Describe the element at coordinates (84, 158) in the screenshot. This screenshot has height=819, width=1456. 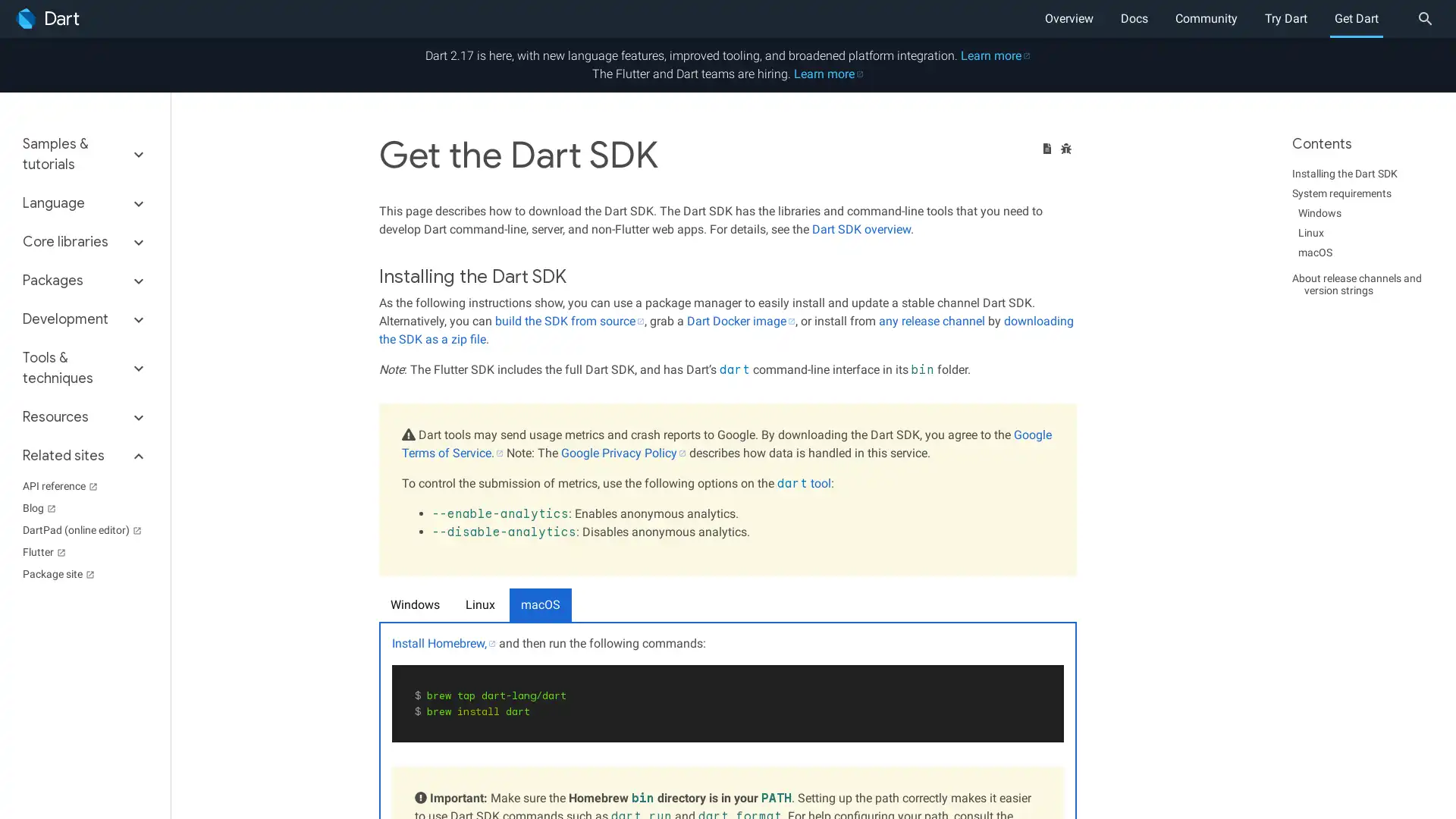
I see `Samples & tutorials keyboard_arrow_down` at that location.